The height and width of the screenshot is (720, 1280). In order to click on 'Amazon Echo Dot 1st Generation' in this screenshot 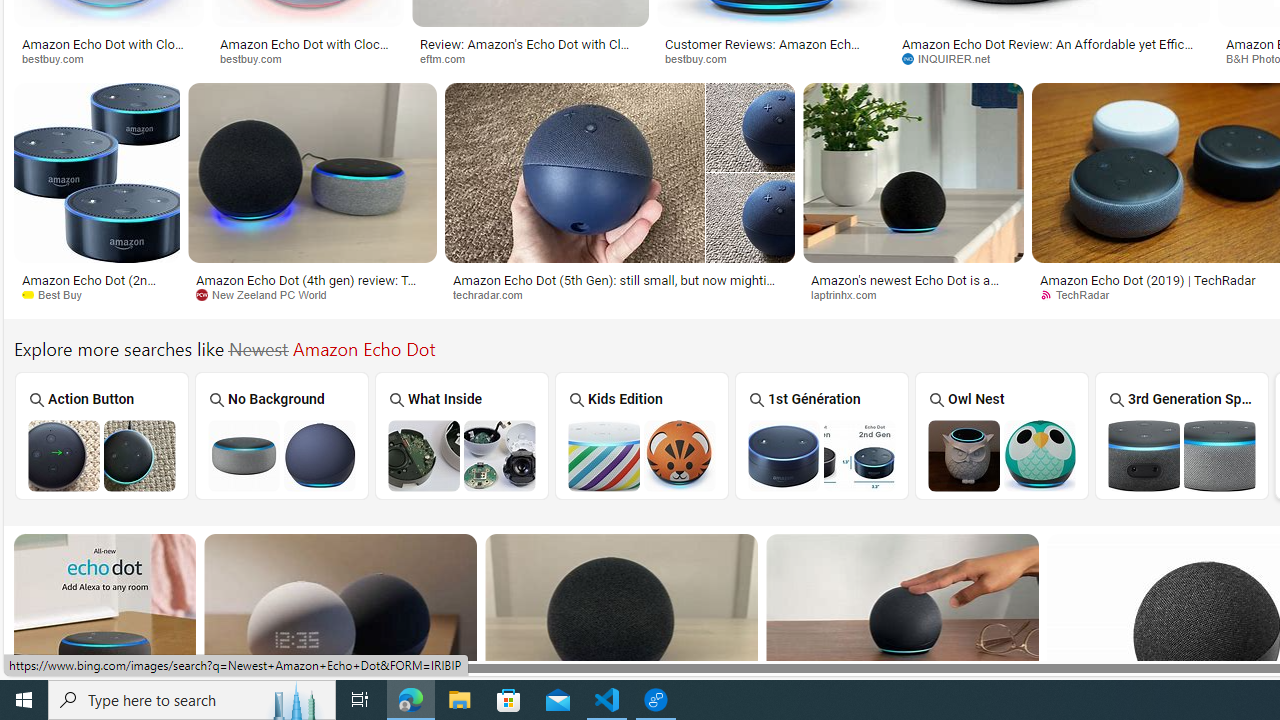, I will do `click(821, 455)`.